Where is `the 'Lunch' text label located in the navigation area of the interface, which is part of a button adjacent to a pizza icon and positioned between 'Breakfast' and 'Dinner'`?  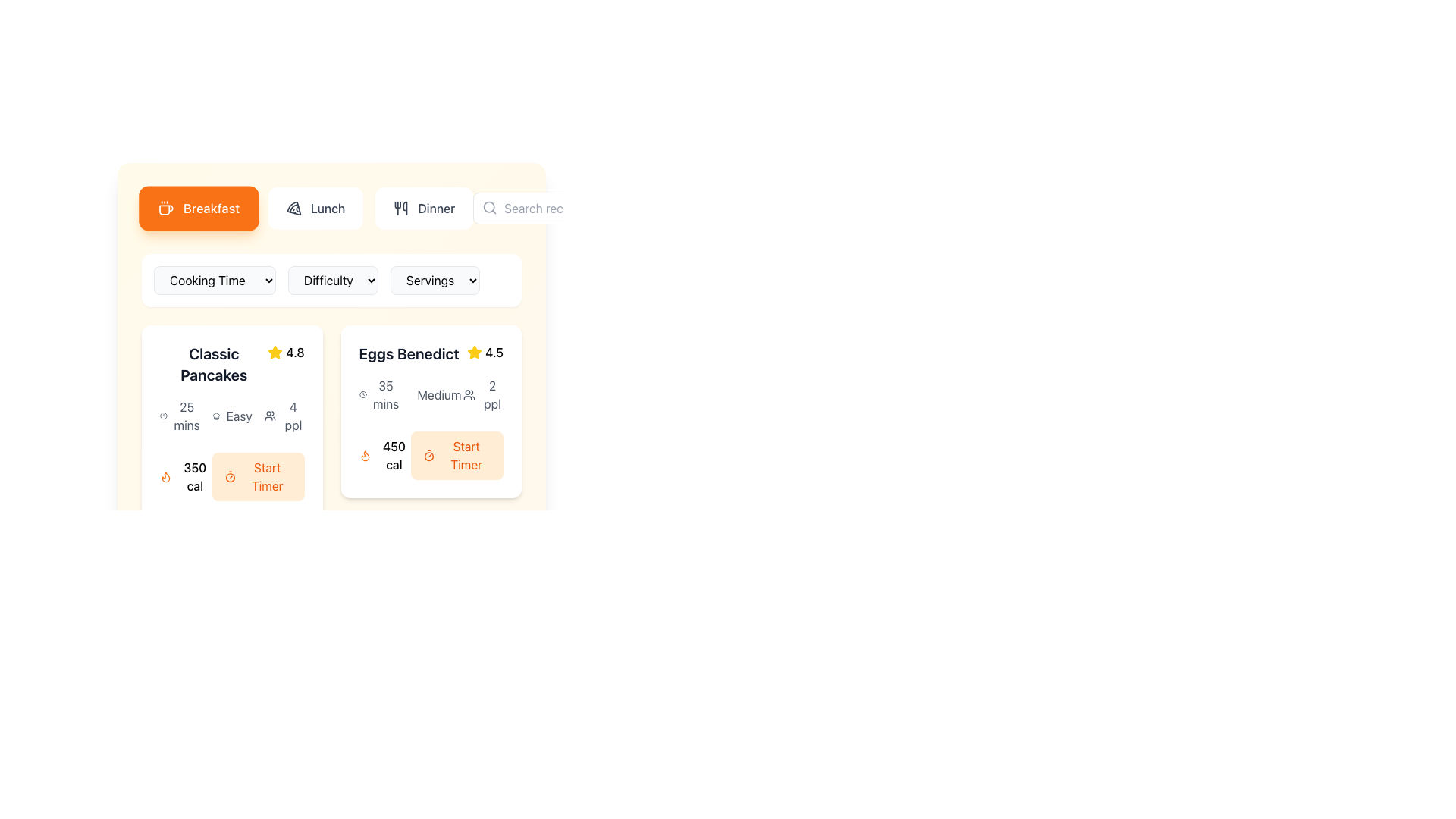 the 'Lunch' text label located in the navigation area of the interface, which is part of a button adjacent to a pizza icon and positioned between 'Breakfast' and 'Dinner' is located at coordinates (327, 208).